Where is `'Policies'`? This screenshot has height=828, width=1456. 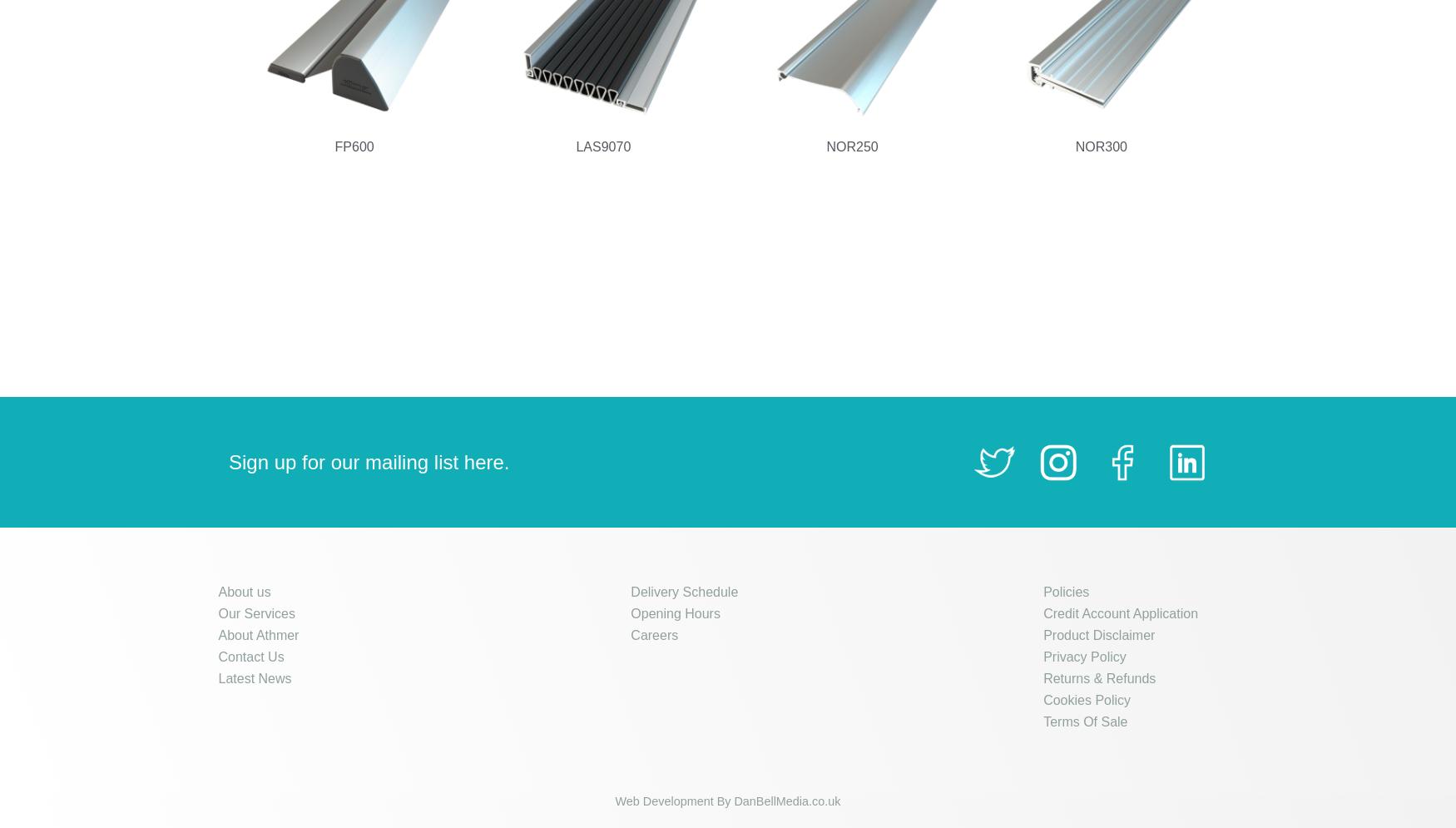
'Policies' is located at coordinates (1065, 592).